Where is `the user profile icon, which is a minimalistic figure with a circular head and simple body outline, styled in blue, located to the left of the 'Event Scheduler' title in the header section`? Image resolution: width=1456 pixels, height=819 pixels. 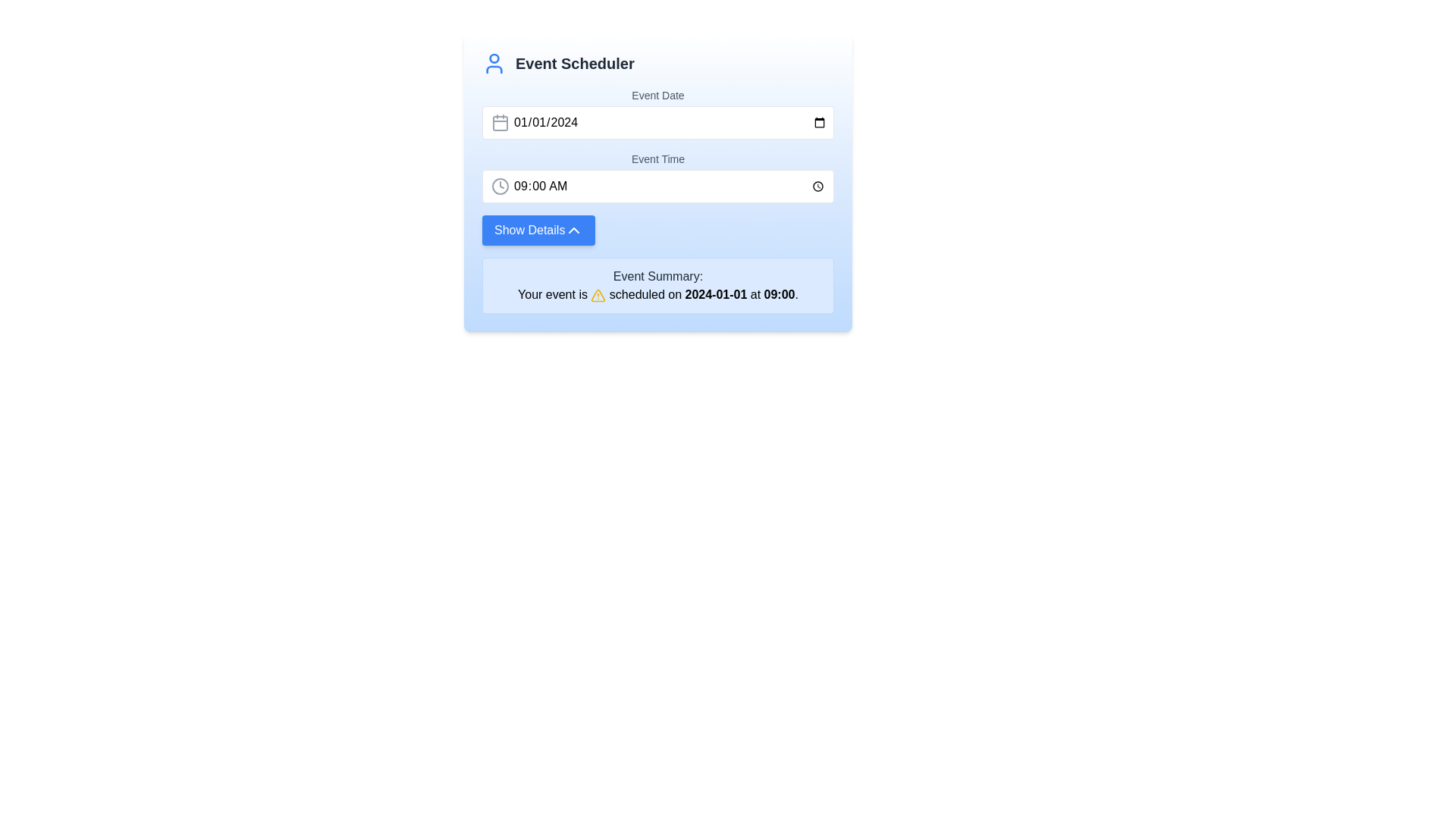 the user profile icon, which is a minimalistic figure with a circular head and simple body outline, styled in blue, located to the left of the 'Event Scheduler' title in the header section is located at coordinates (494, 63).